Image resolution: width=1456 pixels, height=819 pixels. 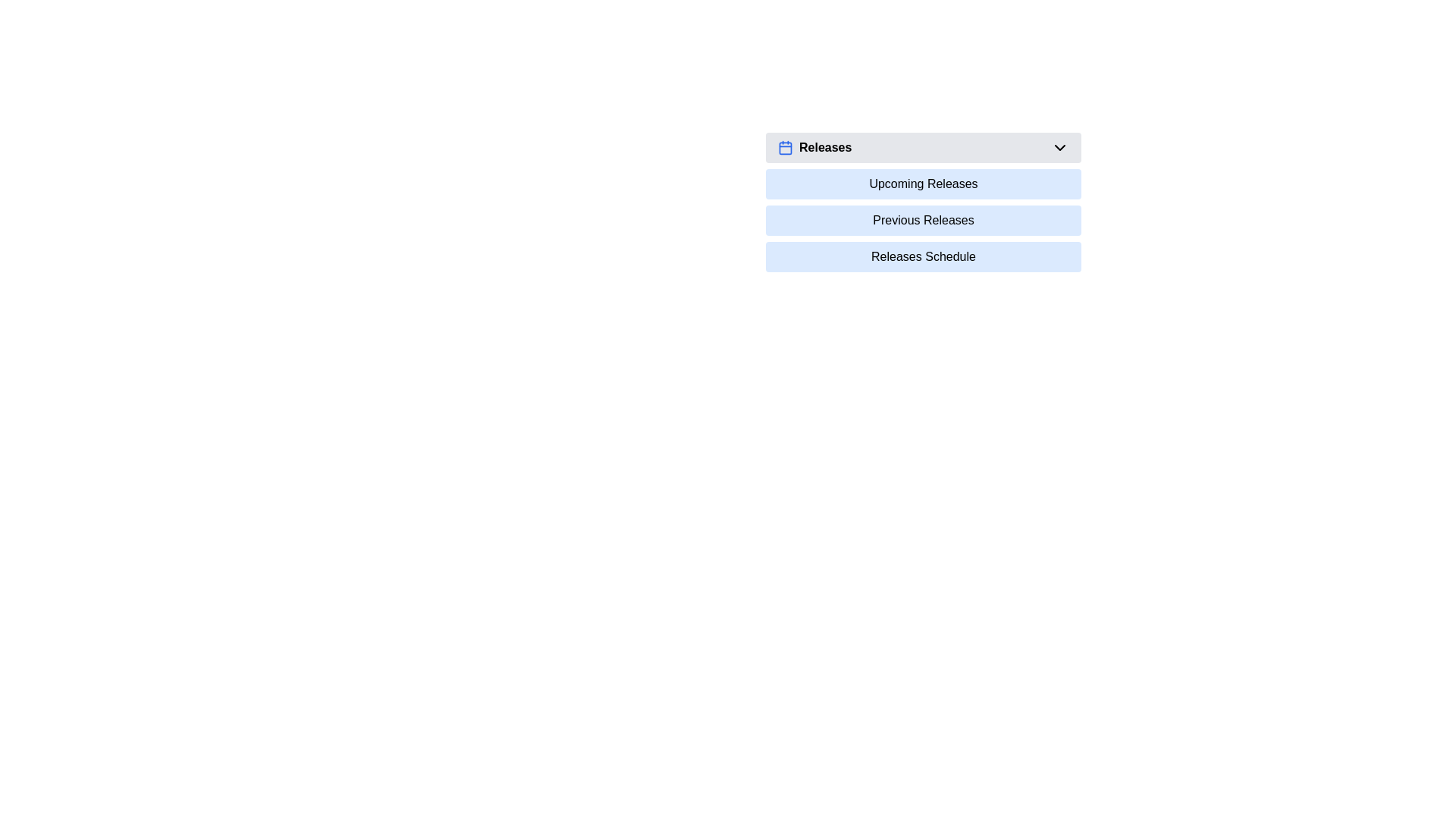 I want to click on the 'Previous Releases' item in the dropdown menu located at the top-left of the modal, so click(x=923, y=201).